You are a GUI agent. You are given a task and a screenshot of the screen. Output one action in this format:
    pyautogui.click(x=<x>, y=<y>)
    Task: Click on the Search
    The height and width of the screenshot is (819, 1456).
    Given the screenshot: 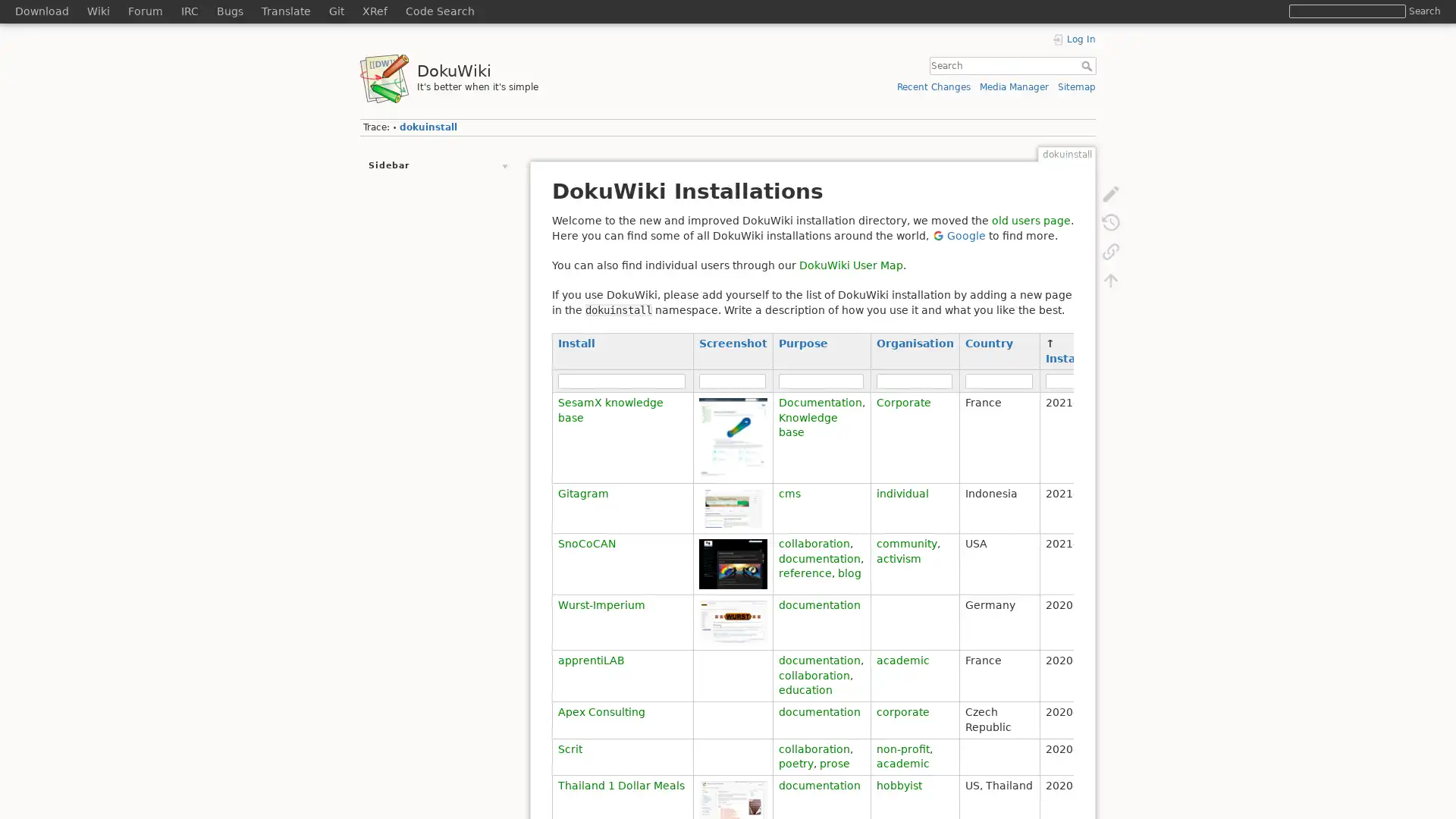 What is the action you would take?
    pyautogui.click(x=1087, y=65)
    